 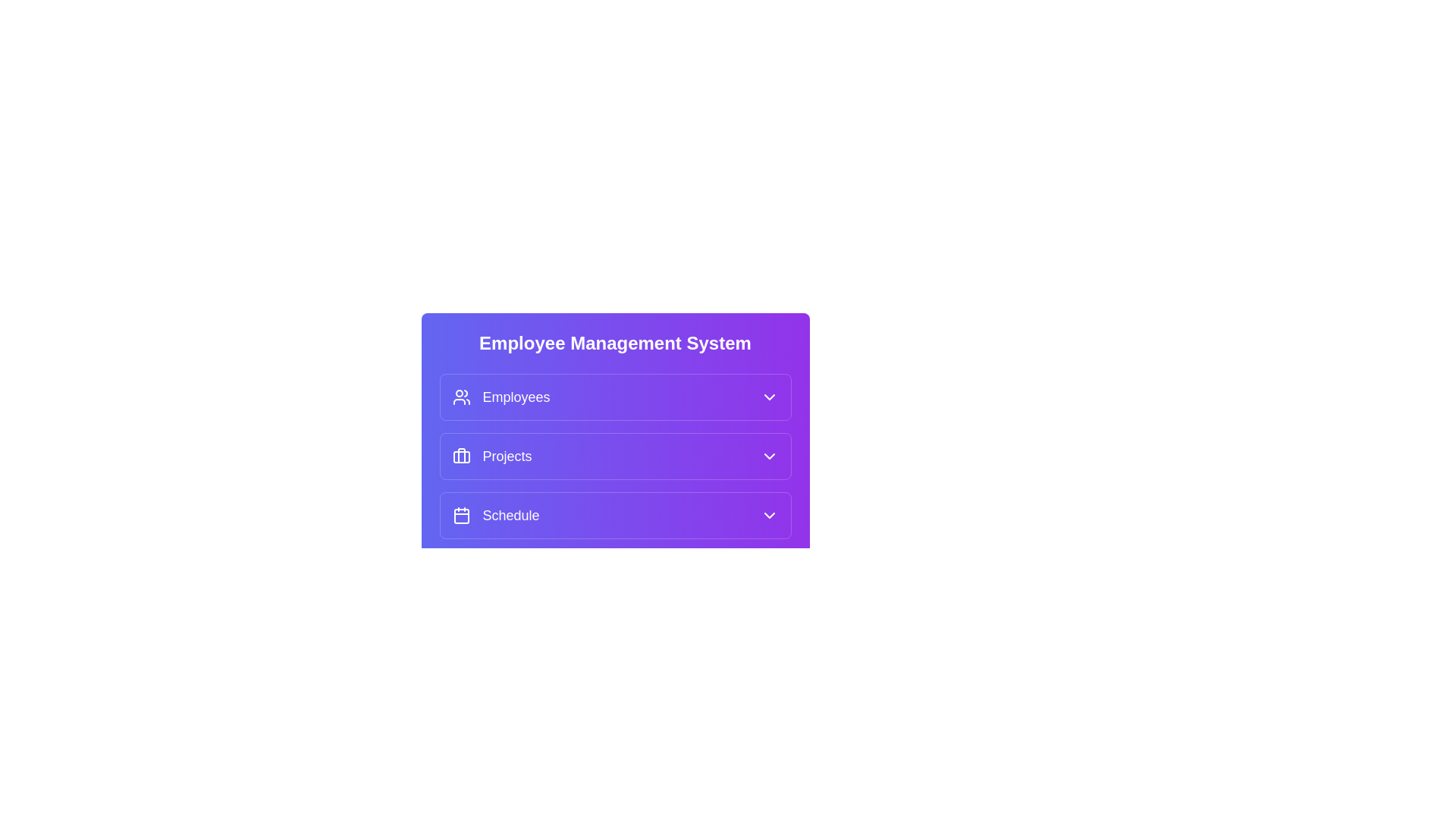 What do you see at coordinates (615, 455) in the screenshot?
I see `the second button in the menu, which redirects to the projects section, located between 'Employees' and 'Schedule'` at bounding box center [615, 455].